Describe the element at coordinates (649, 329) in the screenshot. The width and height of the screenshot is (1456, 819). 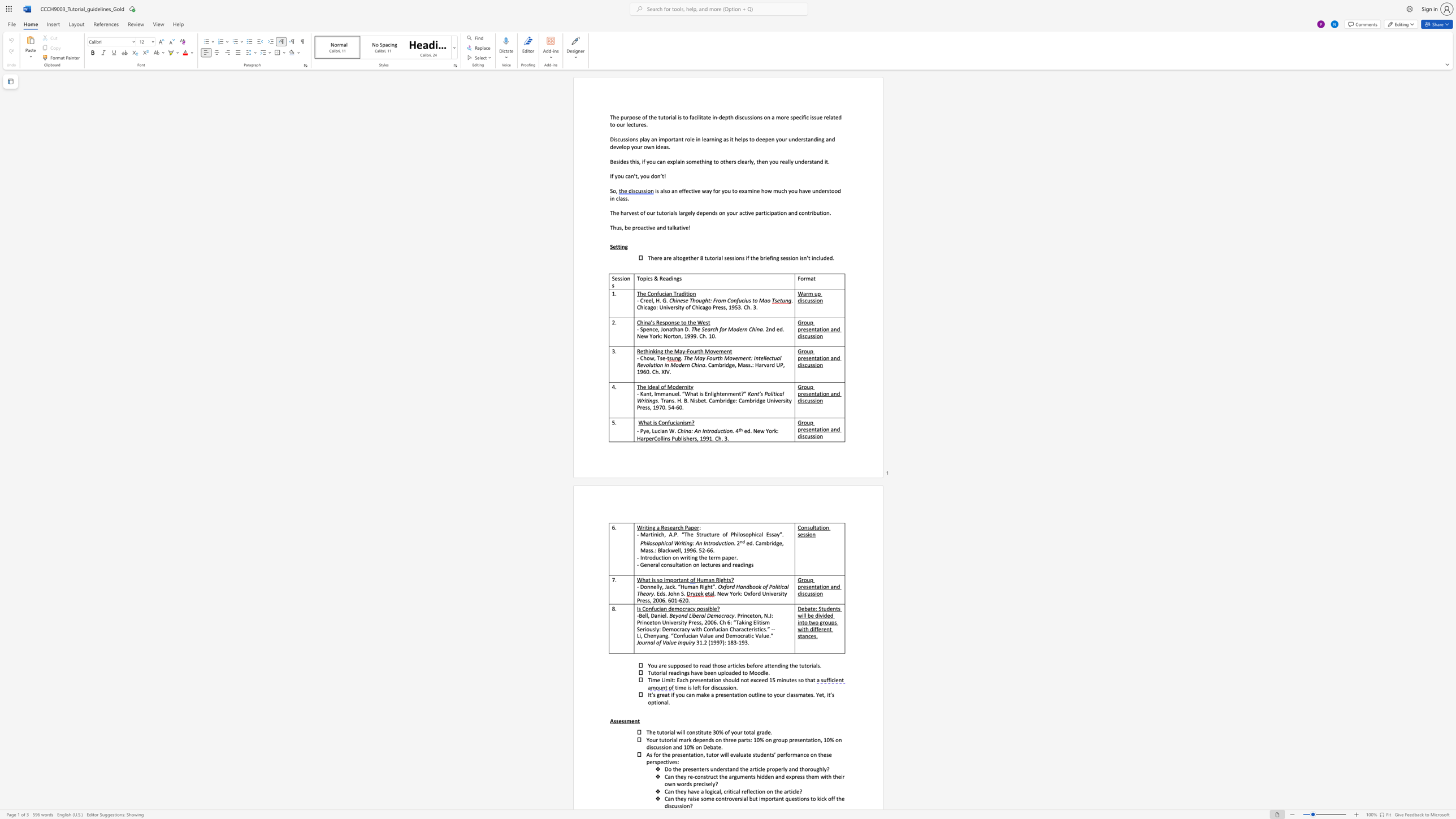
I see `the subset text "nce, Jonath" within the text "- Spence, Jonathan D."` at that location.